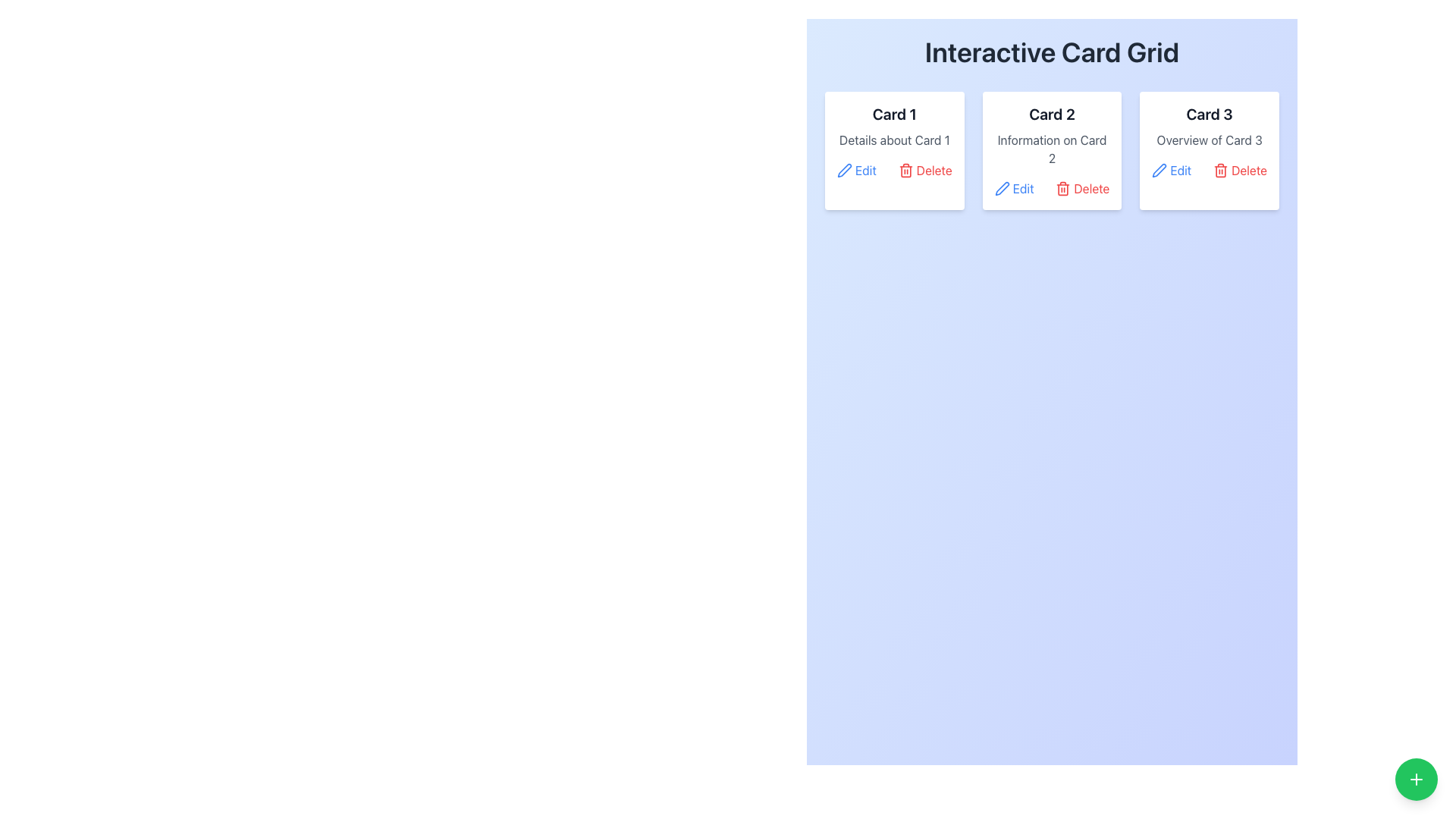  Describe the element at coordinates (894, 140) in the screenshot. I see `the descriptive text label located within 'Card 1', positioned below the main title and above the 'Edit' and 'Delete' buttons` at that location.